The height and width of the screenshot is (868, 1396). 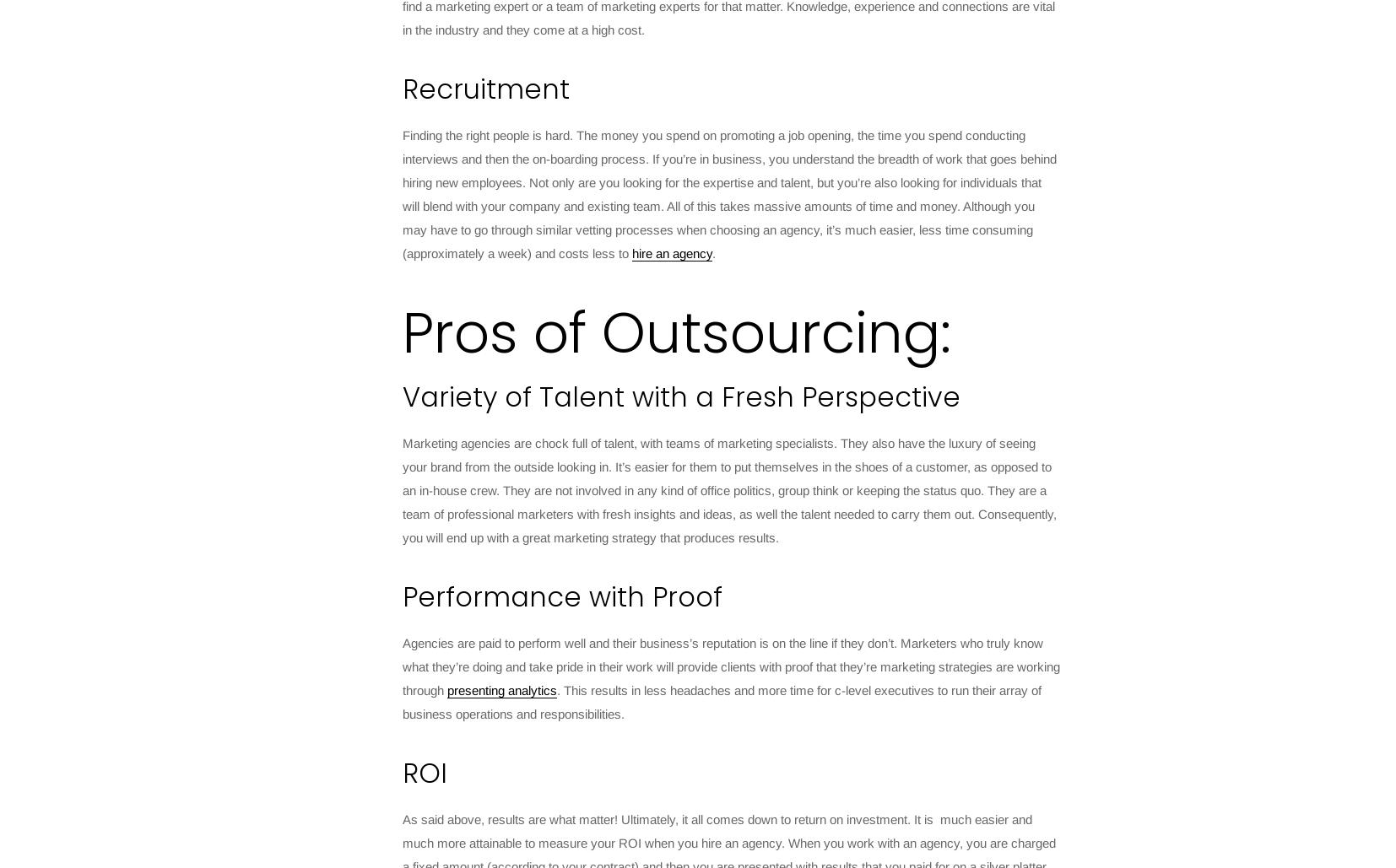 What do you see at coordinates (730, 666) in the screenshot?
I see `'Agencies are paid to perform well and their business’s reputation is on the line if they don’t. Marketers who truly know what they’re doing and take pride in their work will provide clients with proof that they’re marketing strategies are working through'` at bounding box center [730, 666].